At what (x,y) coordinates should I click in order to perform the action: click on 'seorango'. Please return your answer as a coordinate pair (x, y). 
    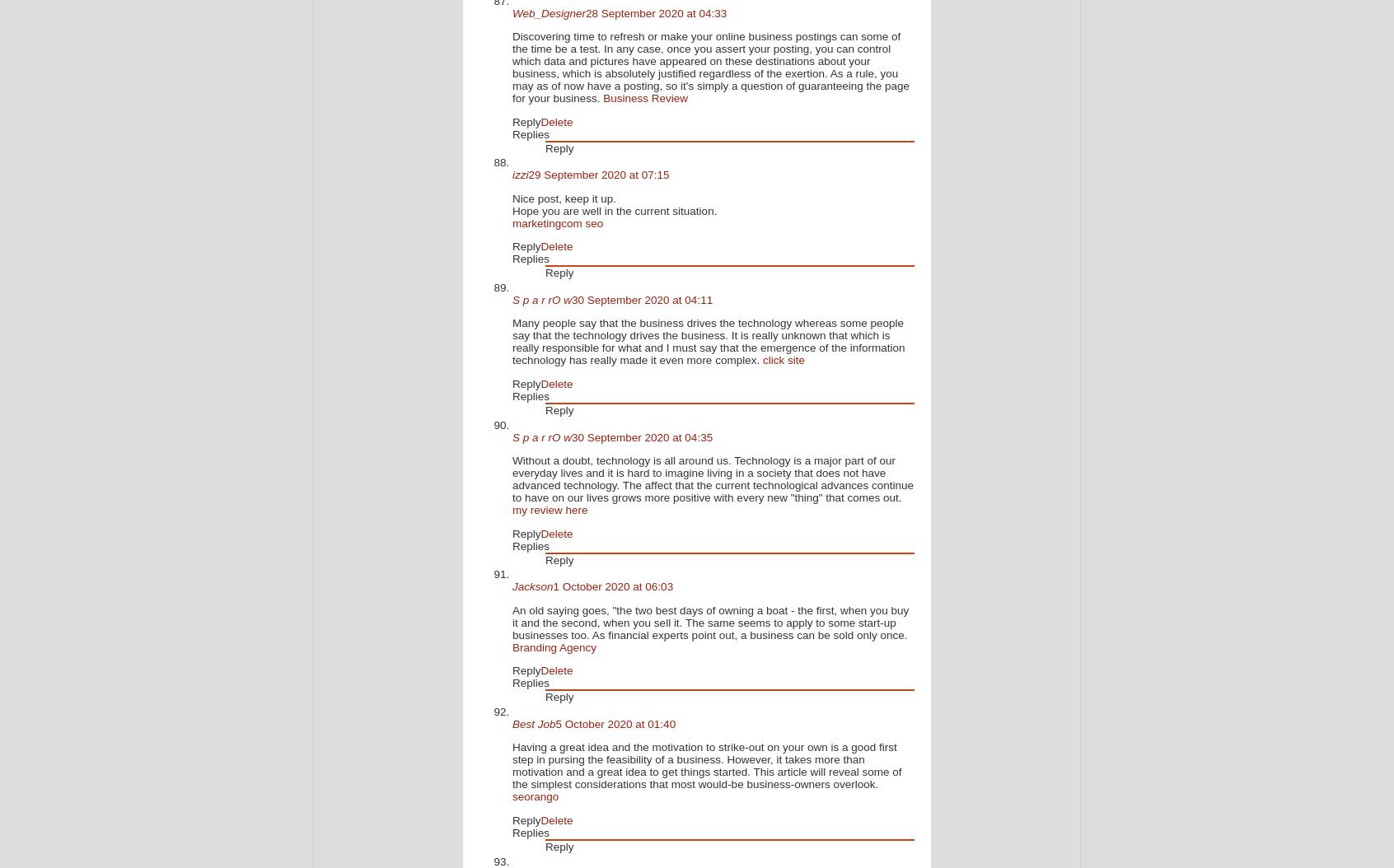
    Looking at the image, I should click on (536, 796).